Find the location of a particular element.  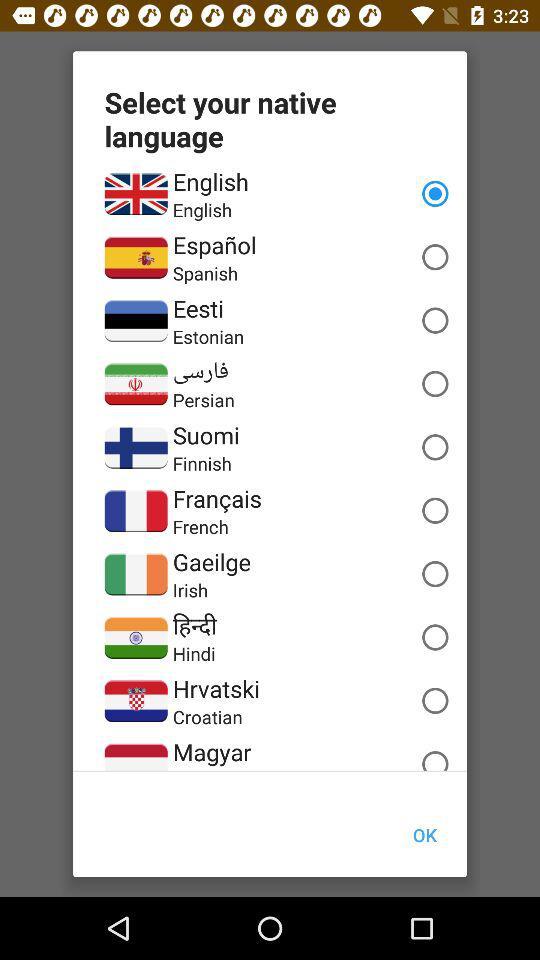

app above the estonian is located at coordinates (198, 308).